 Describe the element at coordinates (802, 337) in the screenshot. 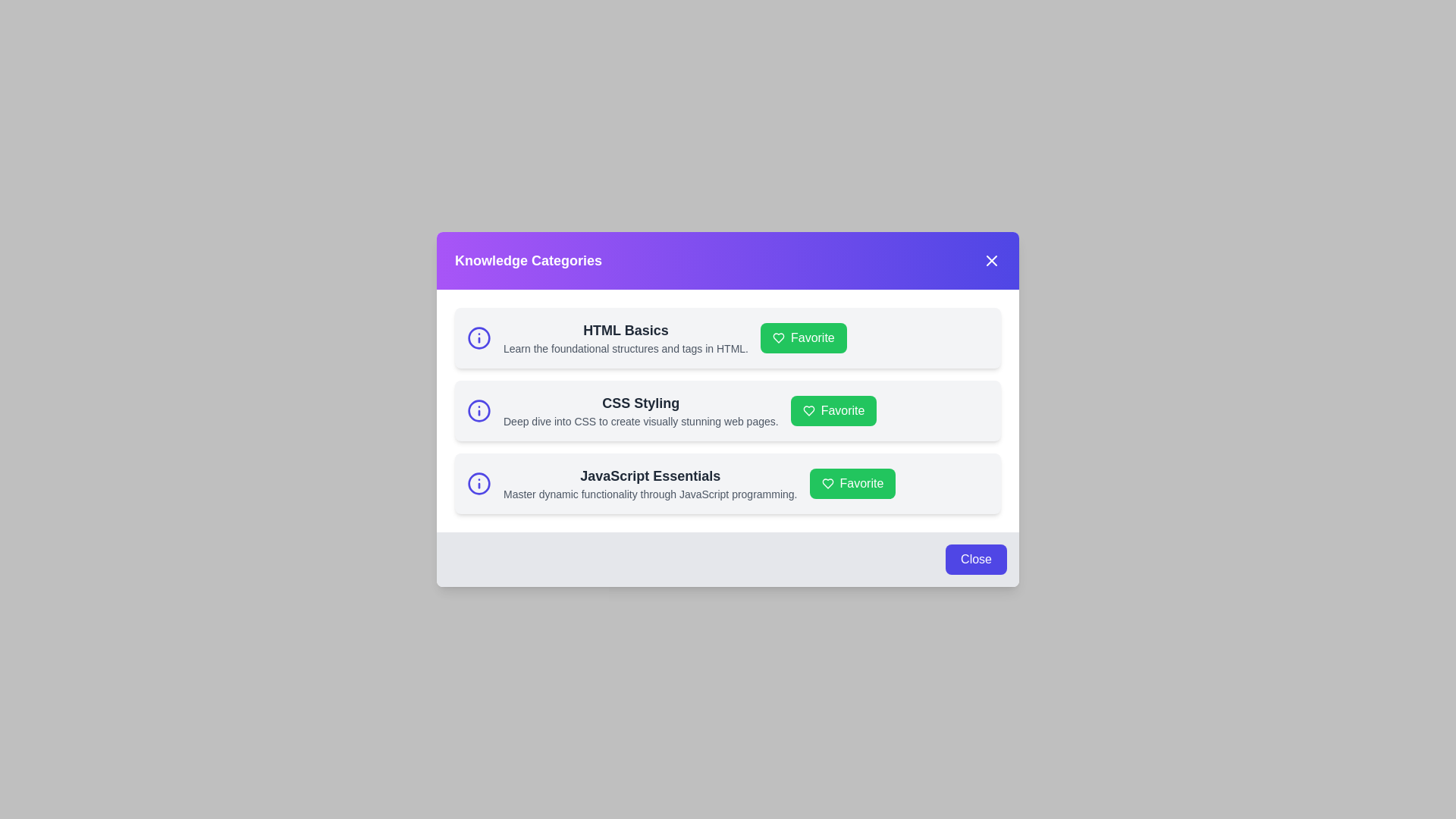

I see `the button located to the right of the 'HTML Basics' text` at that location.